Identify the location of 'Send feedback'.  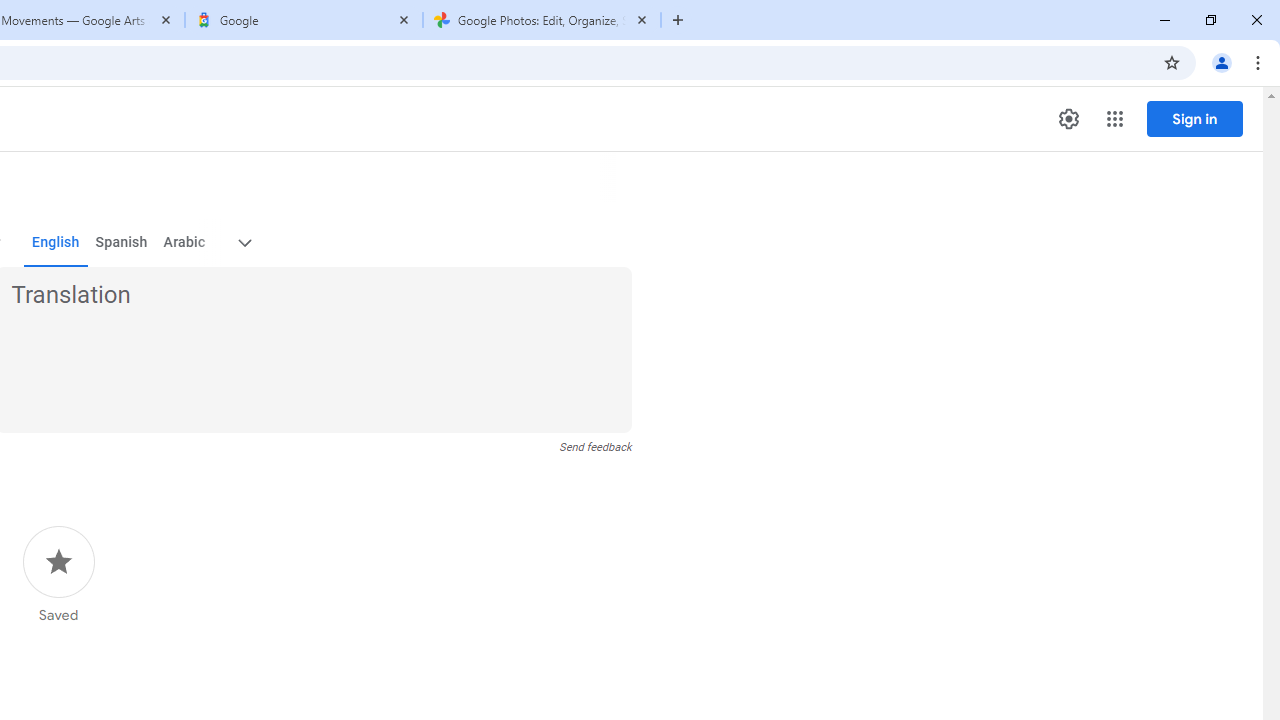
(594, 446).